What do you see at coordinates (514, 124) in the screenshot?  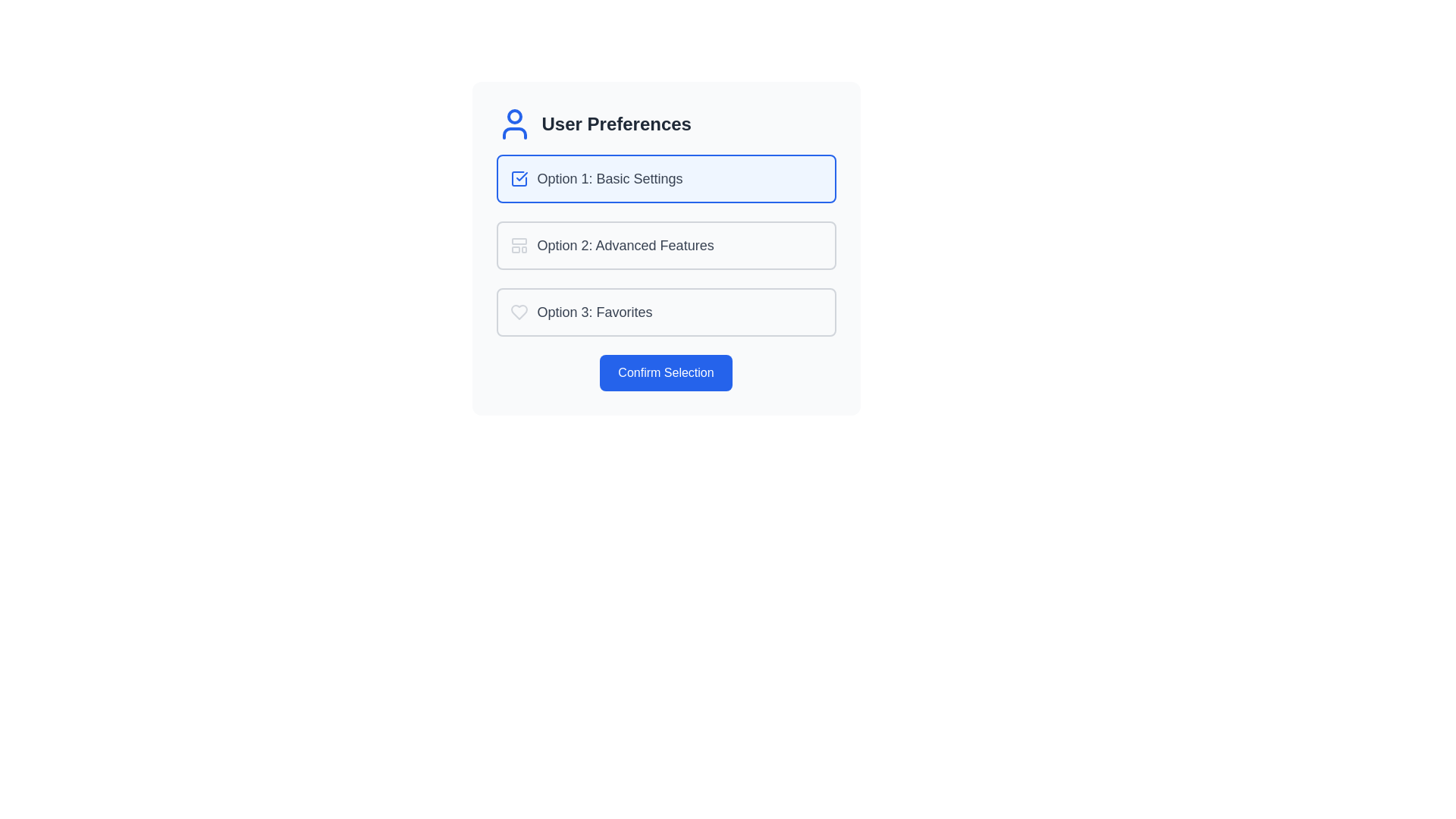 I see `the blue outline person icon that is positioned adjacent to the text 'User Preferences'` at bounding box center [514, 124].